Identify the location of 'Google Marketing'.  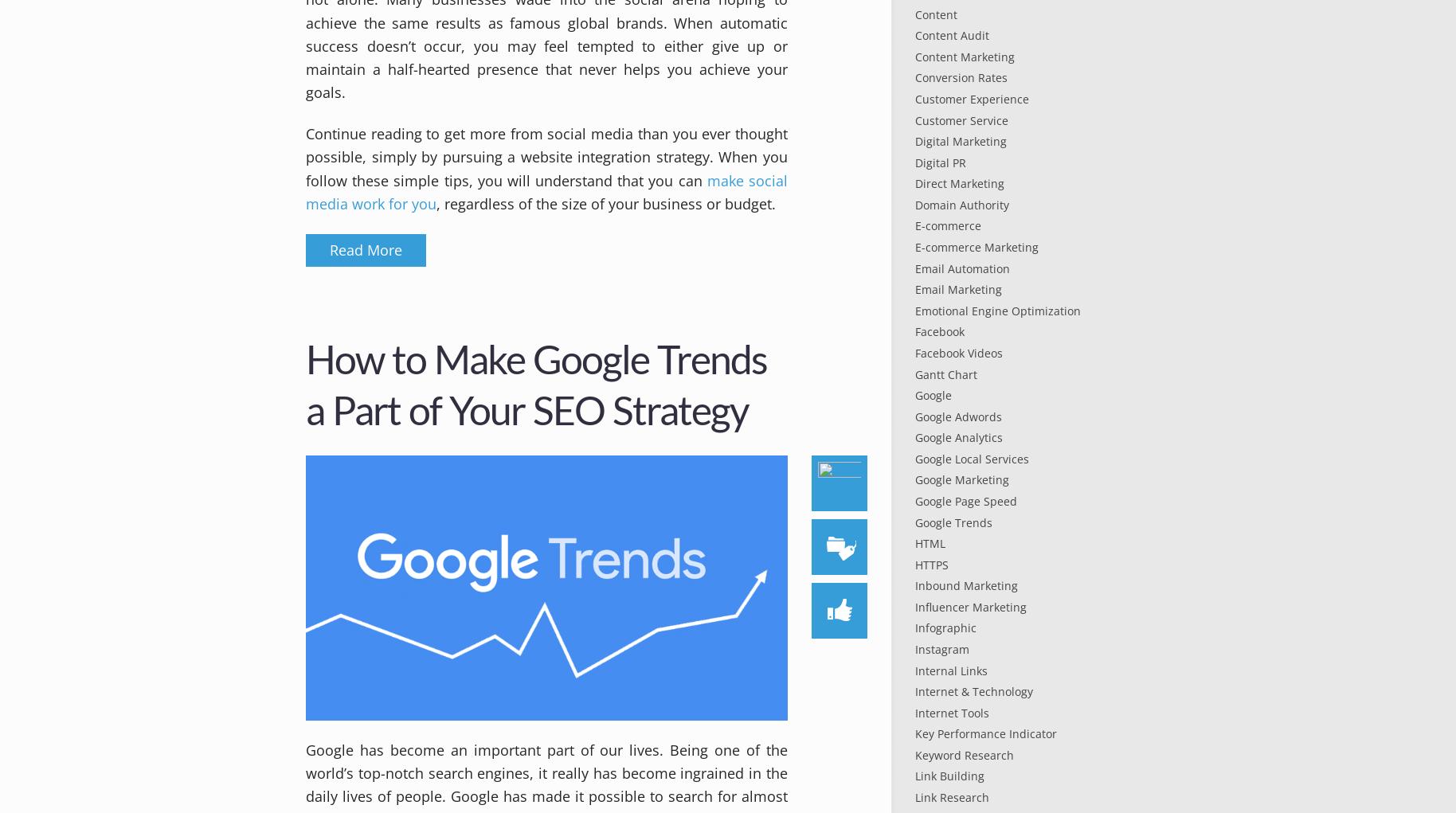
(914, 479).